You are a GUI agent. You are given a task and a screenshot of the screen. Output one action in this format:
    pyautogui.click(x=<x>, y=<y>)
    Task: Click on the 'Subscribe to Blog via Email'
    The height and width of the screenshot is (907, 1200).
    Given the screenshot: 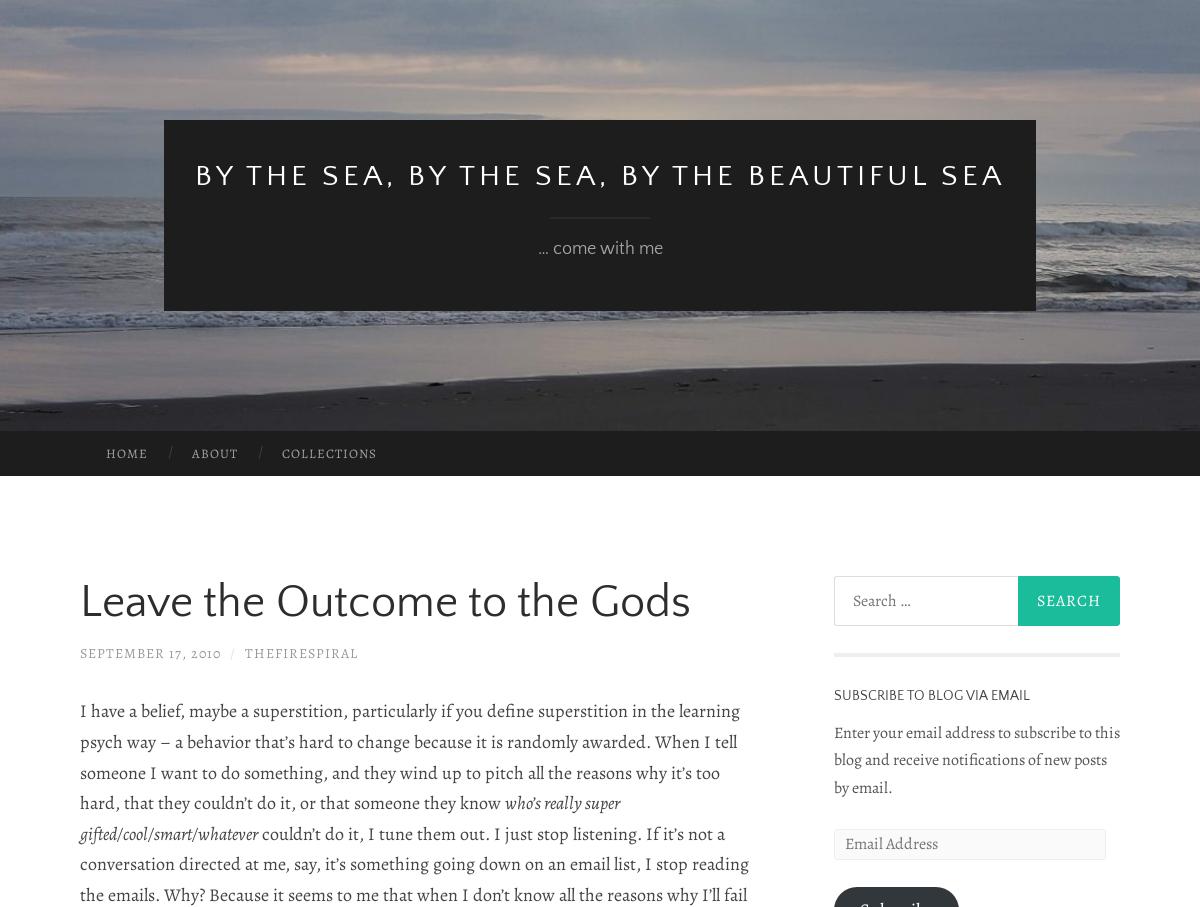 What is the action you would take?
    pyautogui.click(x=832, y=694)
    